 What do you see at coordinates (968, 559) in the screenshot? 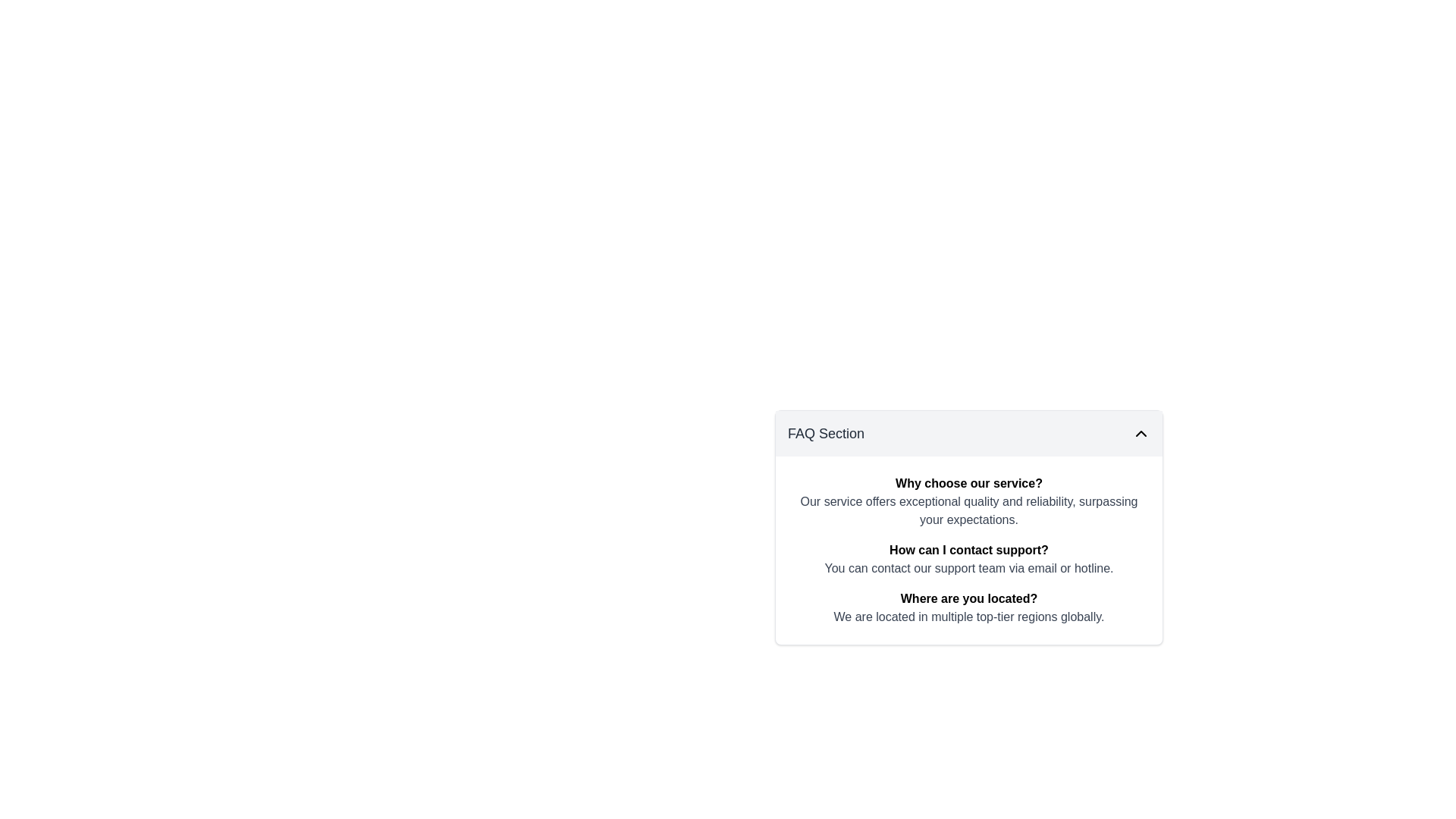
I see `the information block titled 'How can I contact support?' which contains explanatory text about contacting the support team, positioned between the blocks 'Why choose our service?' and 'Where are you located?'` at bounding box center [968, 559].